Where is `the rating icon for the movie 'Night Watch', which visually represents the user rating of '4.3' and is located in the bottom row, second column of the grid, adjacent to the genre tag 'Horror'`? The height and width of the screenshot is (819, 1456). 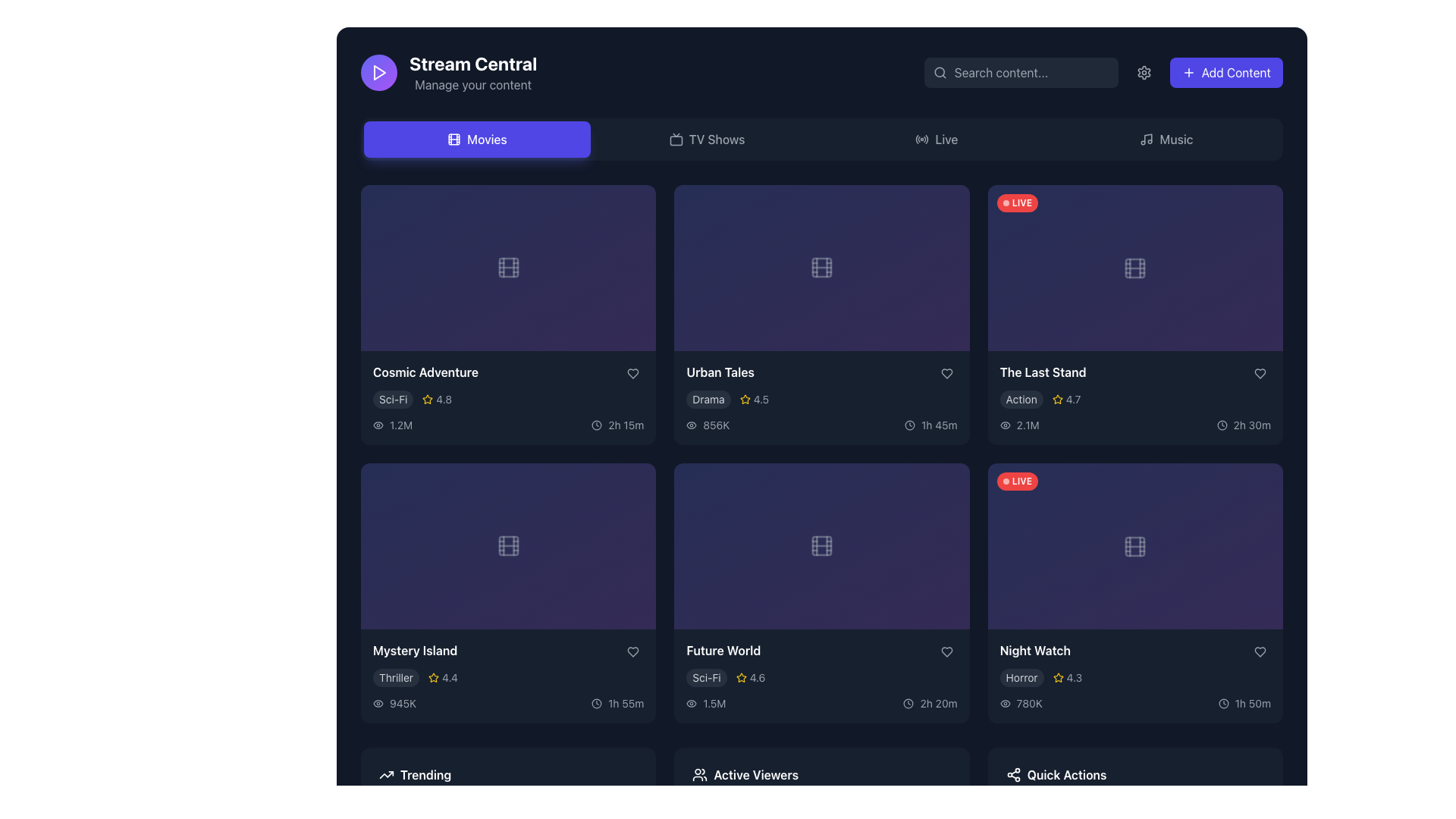 the rating icon for the movie 'Night Watch', which visually represents the user rating of '4.3' and is located in the bottom row, second column of the grid, adjacent to the genre tag 'Horror' is located at coordinates (1057, 676).